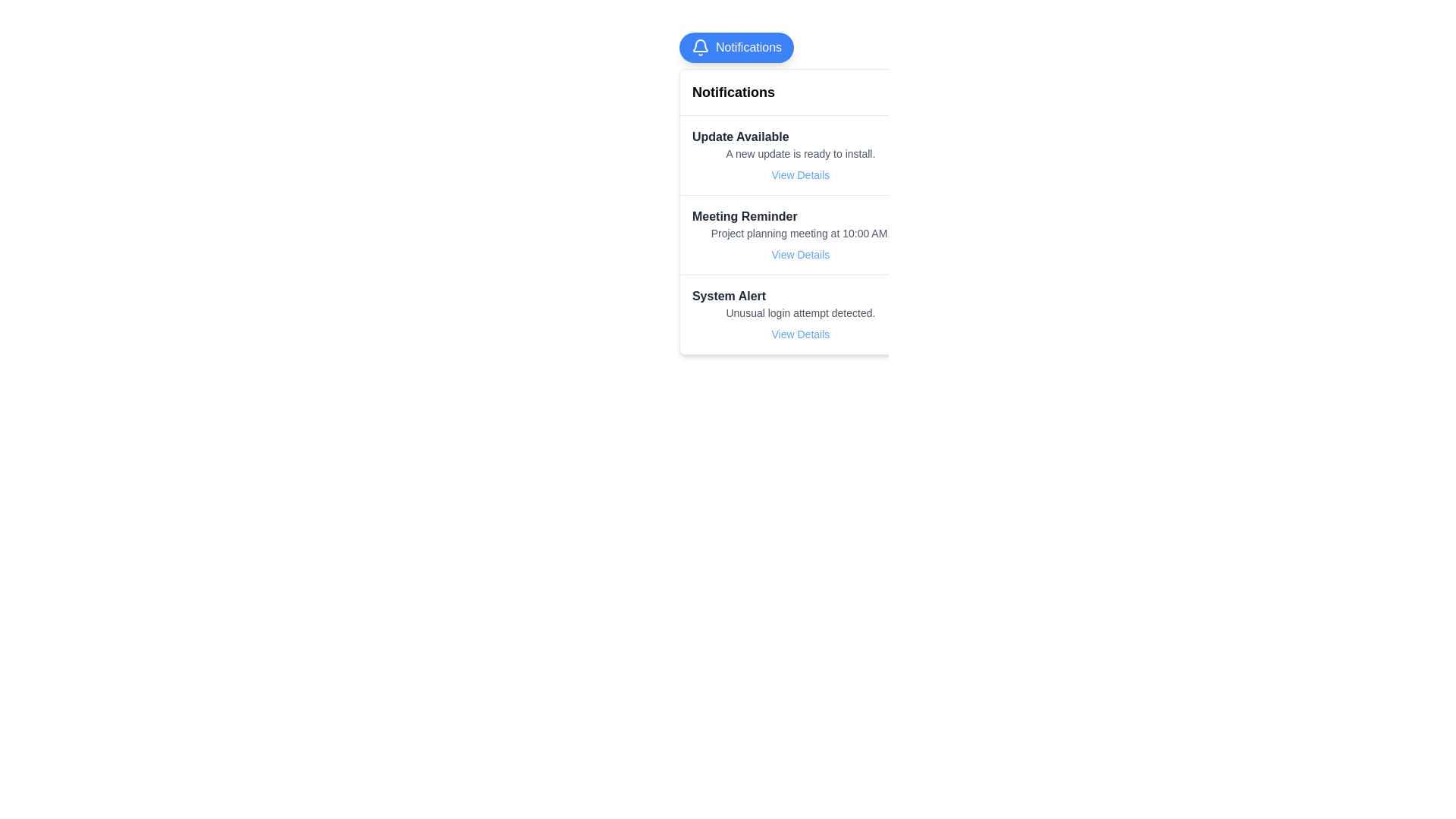 The height and width of the screenshot is (819, 1456). Describe the element at coordinates (740, 137) in the screenshot. I see `the text label that serves as the title of a notification, indicating an available update and positioned at the top of the notification panel` at that location.